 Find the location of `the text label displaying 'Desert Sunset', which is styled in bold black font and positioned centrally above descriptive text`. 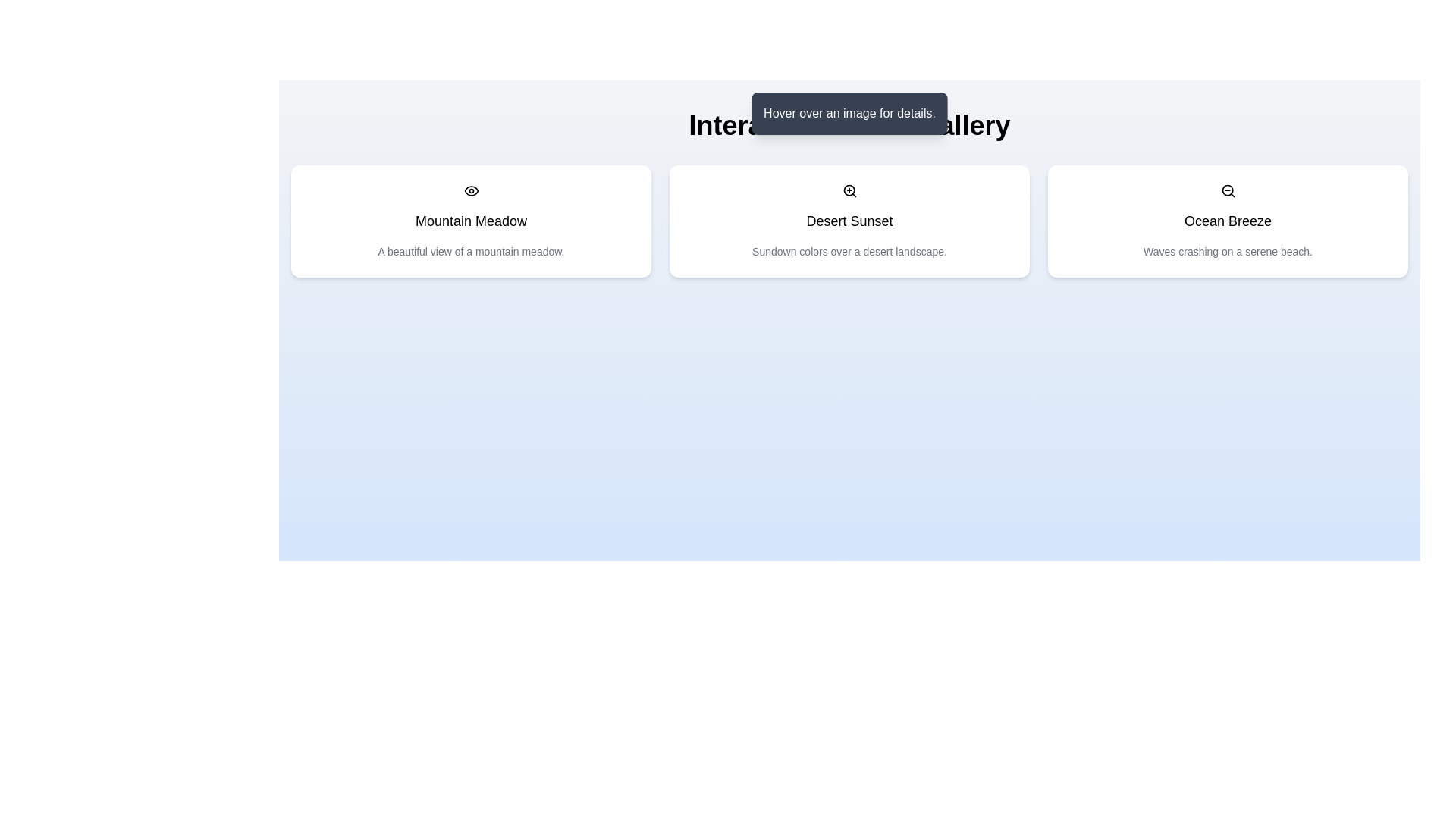

the text label displaying 'Desert Sunset', which is styled in bold black font and positioned centrally above descriptive text is located at coordinates (849, 221).